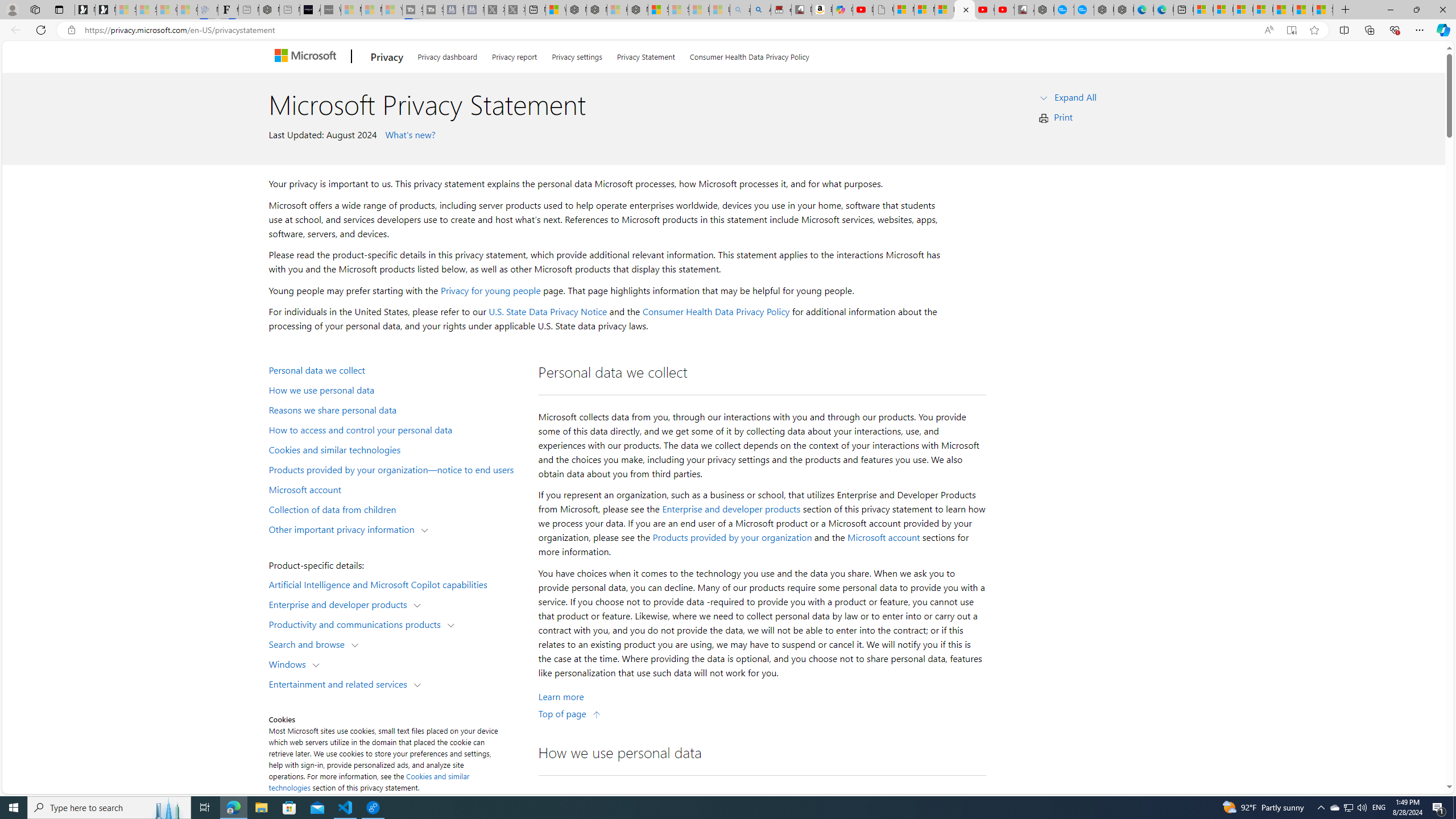  I want to click on 'Entertainment and related services', so click(341, 682).